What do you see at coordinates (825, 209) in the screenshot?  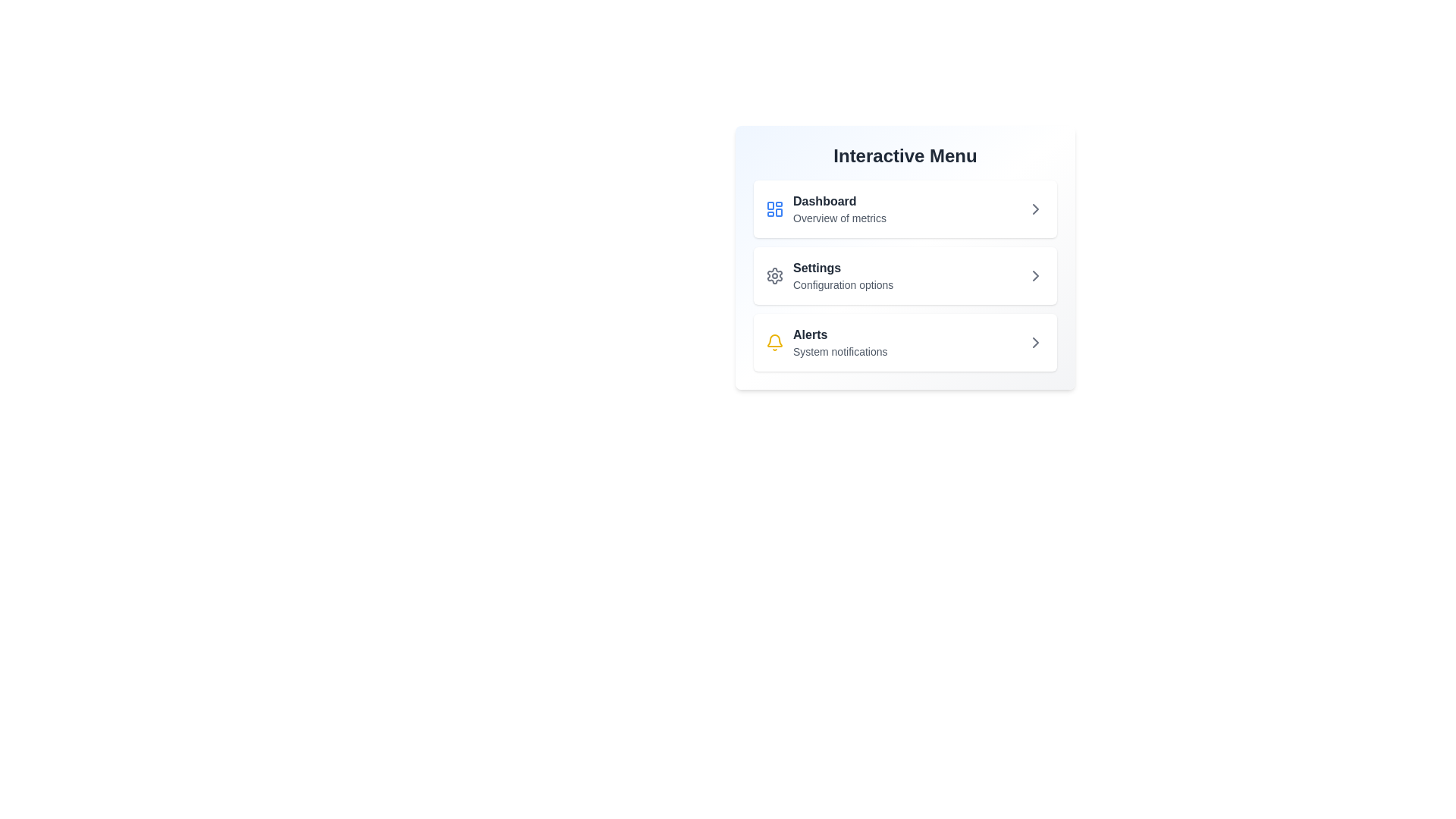 I see `the 'Dashboard' menu item, which includes a bold gray heading and a grid-shaped blue icon` at bounding box center [825, 209].